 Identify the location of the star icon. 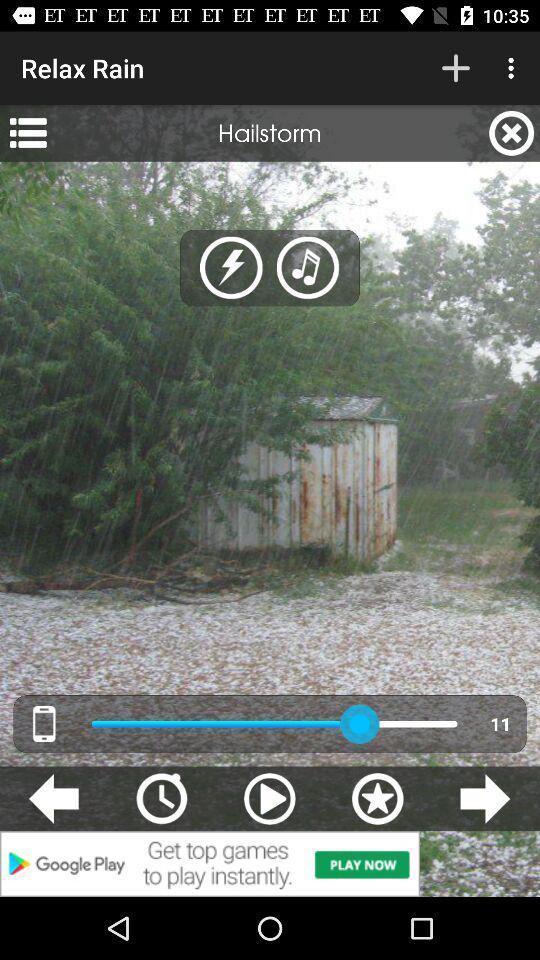
(377, 798).